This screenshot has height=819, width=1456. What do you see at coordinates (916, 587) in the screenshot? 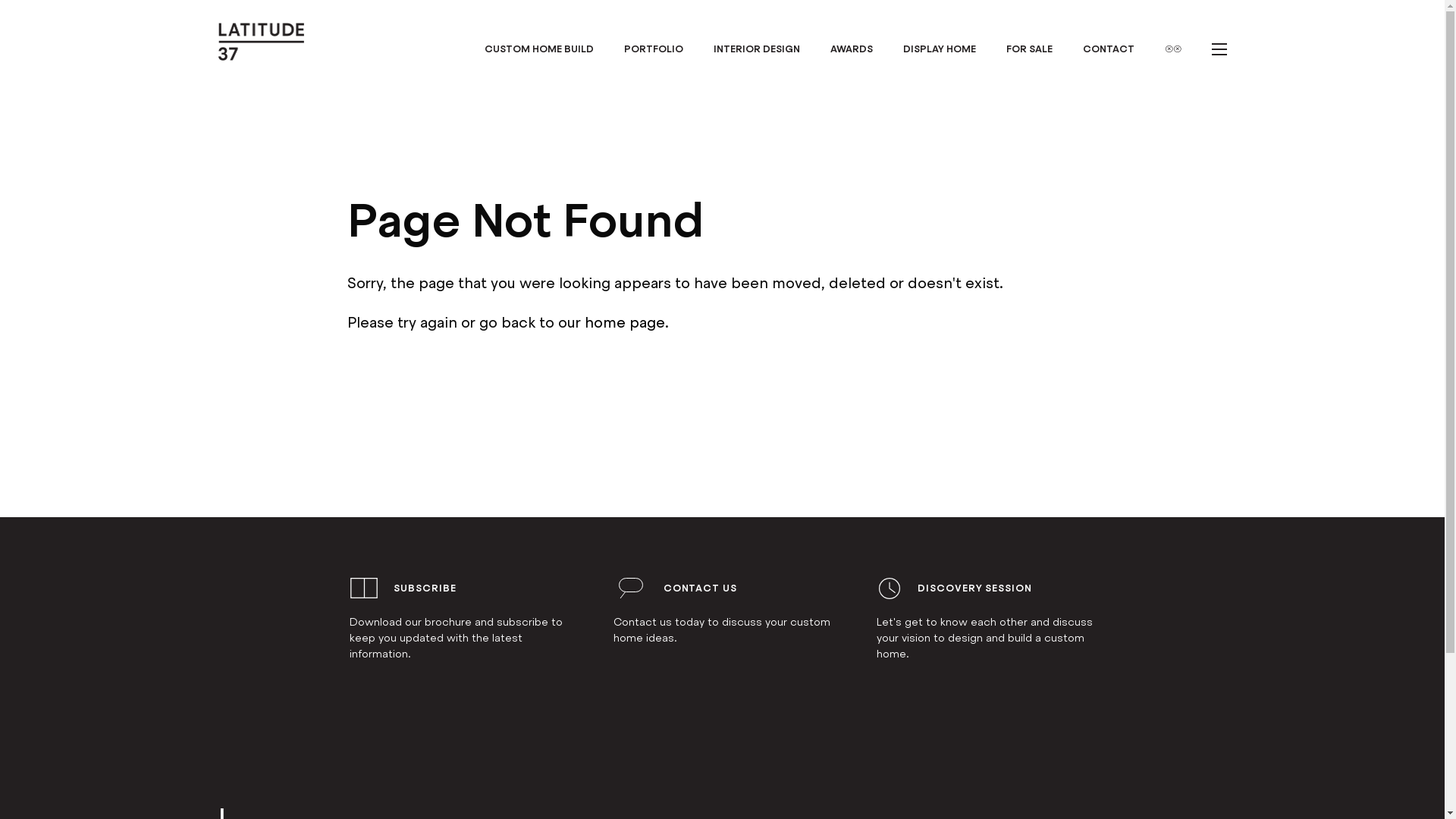
I see `'DISCOVERY SESSION'` at bounding box center [916, 587].